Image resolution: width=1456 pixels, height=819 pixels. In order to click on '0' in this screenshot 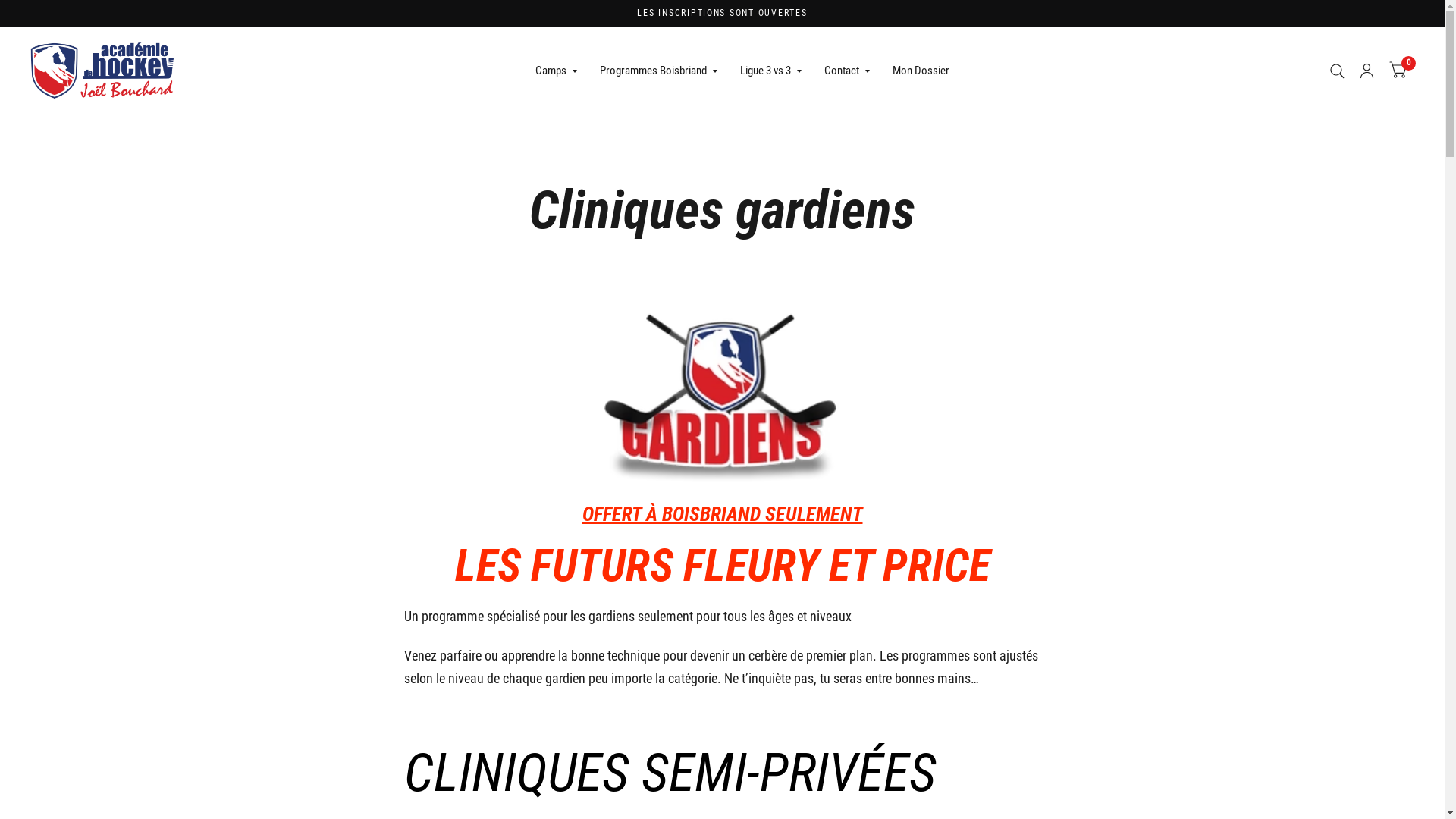, I will do `click(1382, 71)`.